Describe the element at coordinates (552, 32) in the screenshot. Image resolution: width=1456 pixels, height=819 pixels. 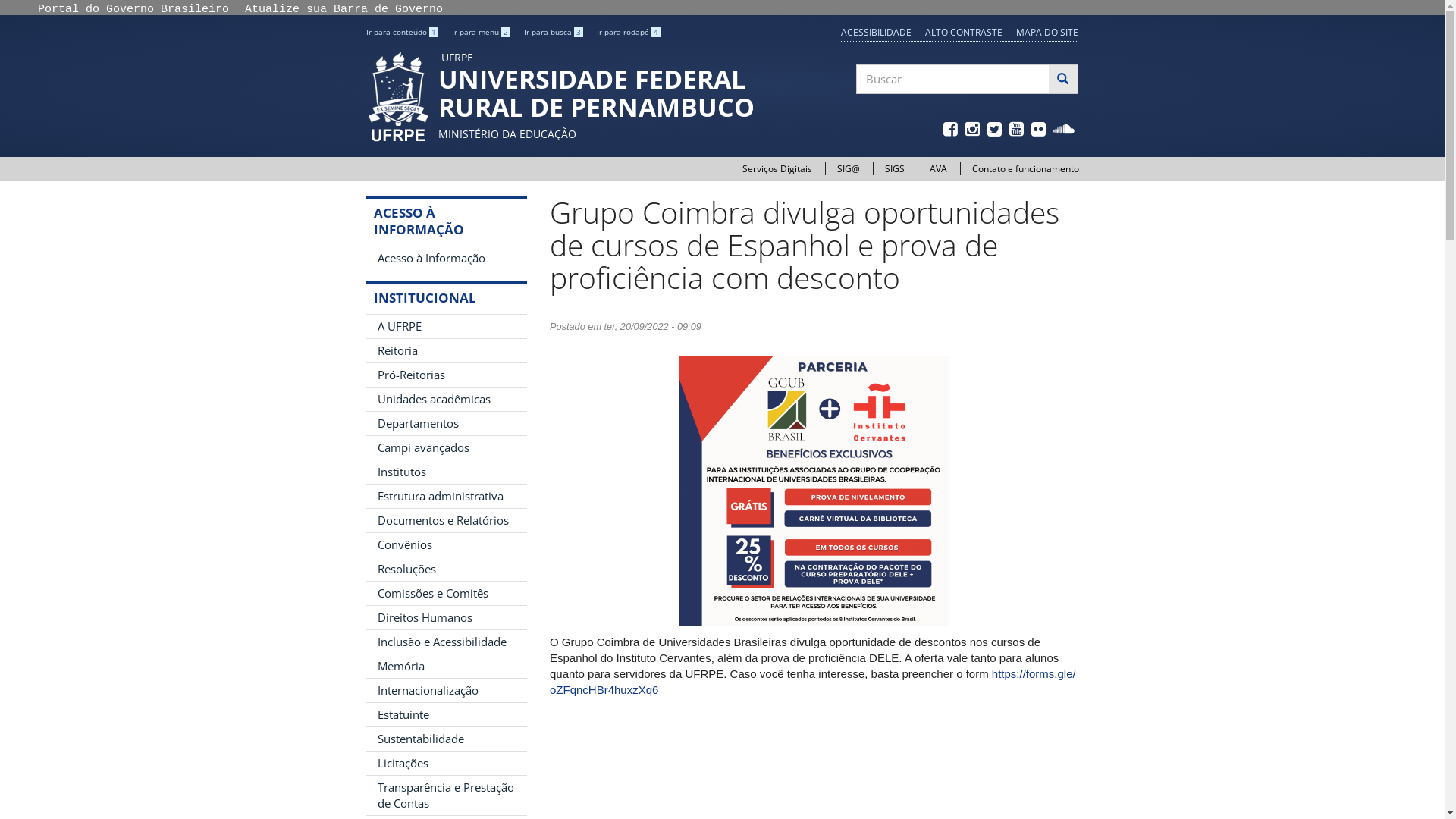
I see `'Ir para busca 3'` at that location.